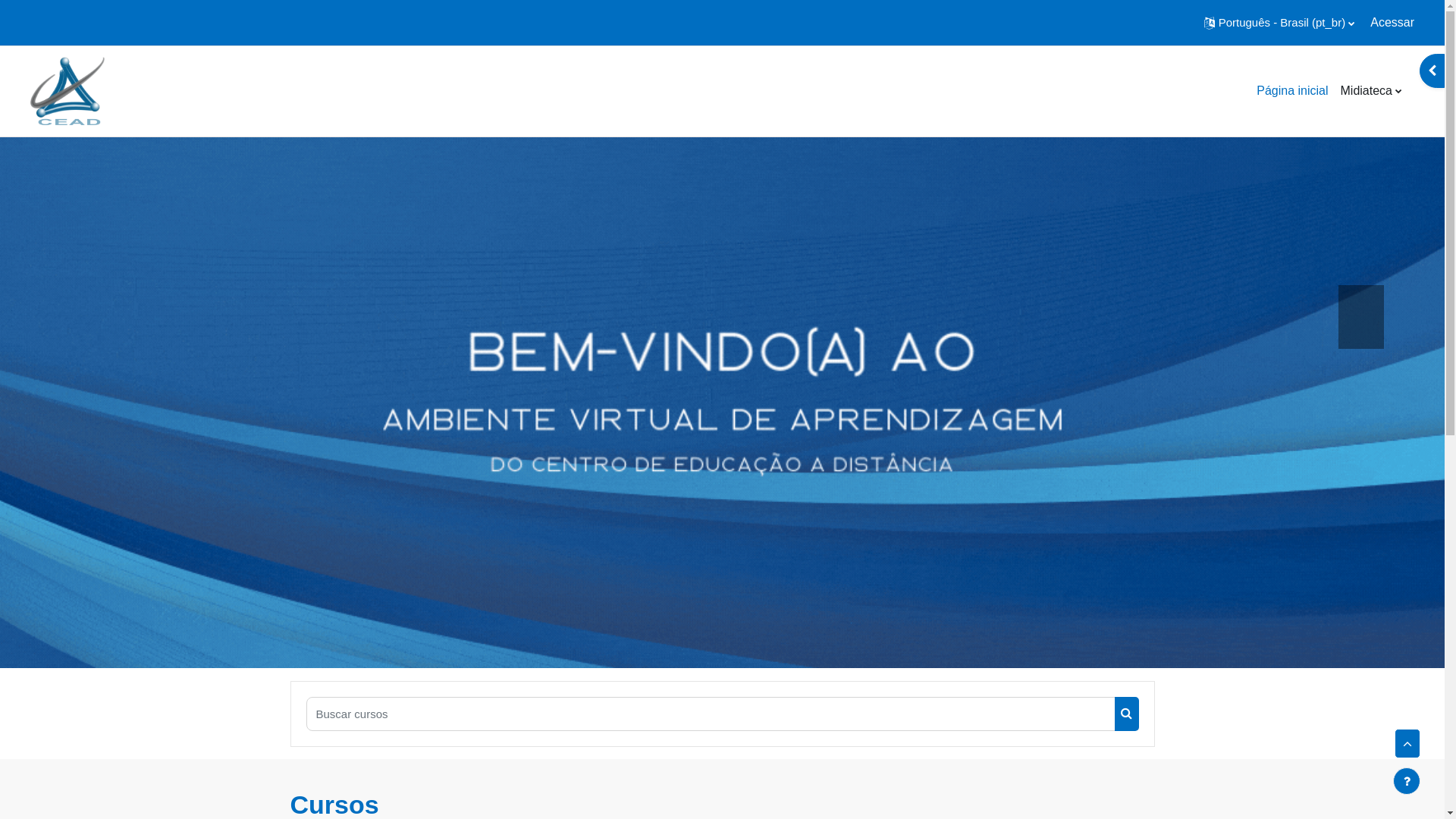  I want to click on 'Midiateca', so click(1371, 90).